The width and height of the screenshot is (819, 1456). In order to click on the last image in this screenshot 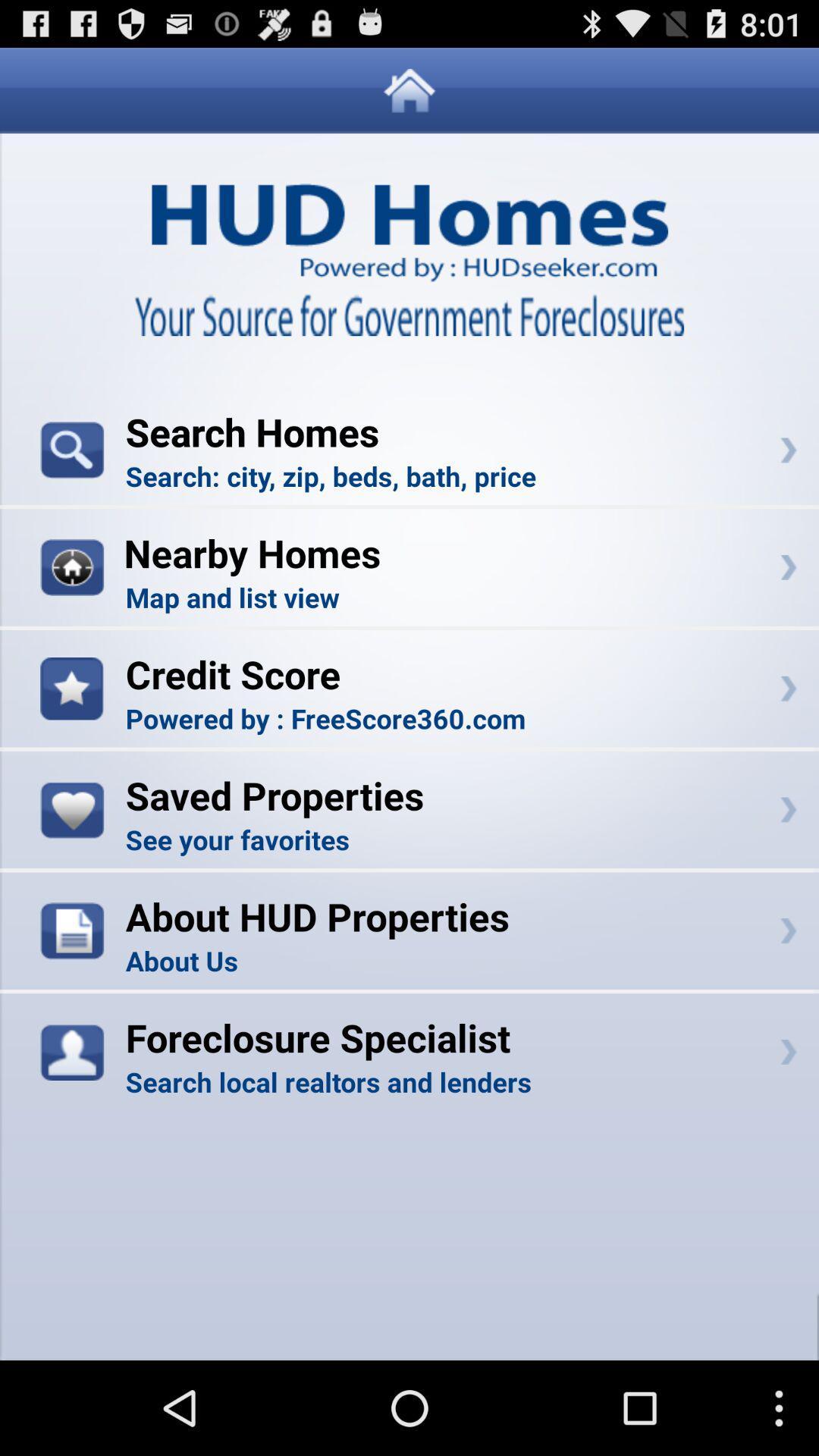, I will do `click(72, 1051)`.